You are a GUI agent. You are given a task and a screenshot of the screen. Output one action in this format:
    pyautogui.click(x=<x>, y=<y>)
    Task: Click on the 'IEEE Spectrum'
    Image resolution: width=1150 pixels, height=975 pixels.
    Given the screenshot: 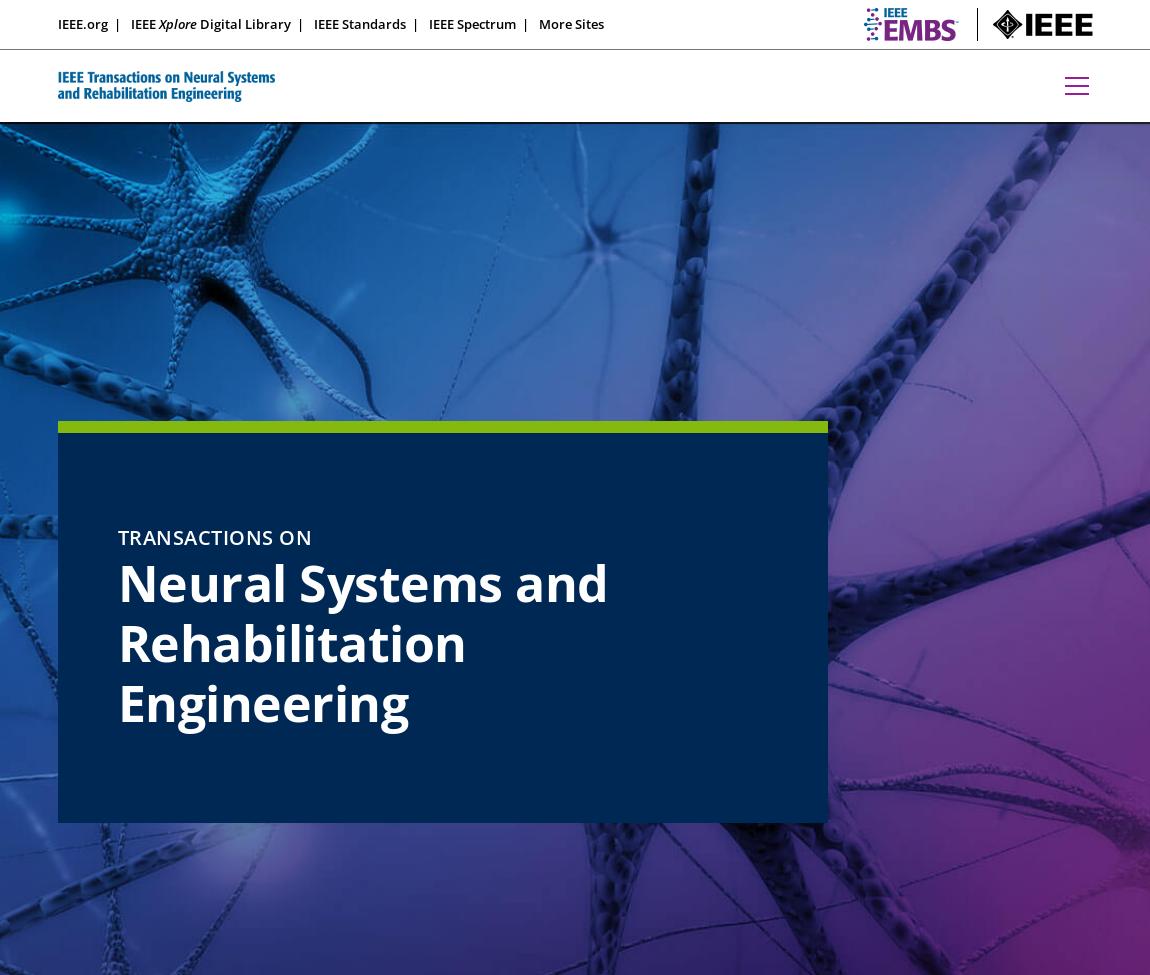 What is the action you would take?
    pyautogui.click(x=471, y=23)
    